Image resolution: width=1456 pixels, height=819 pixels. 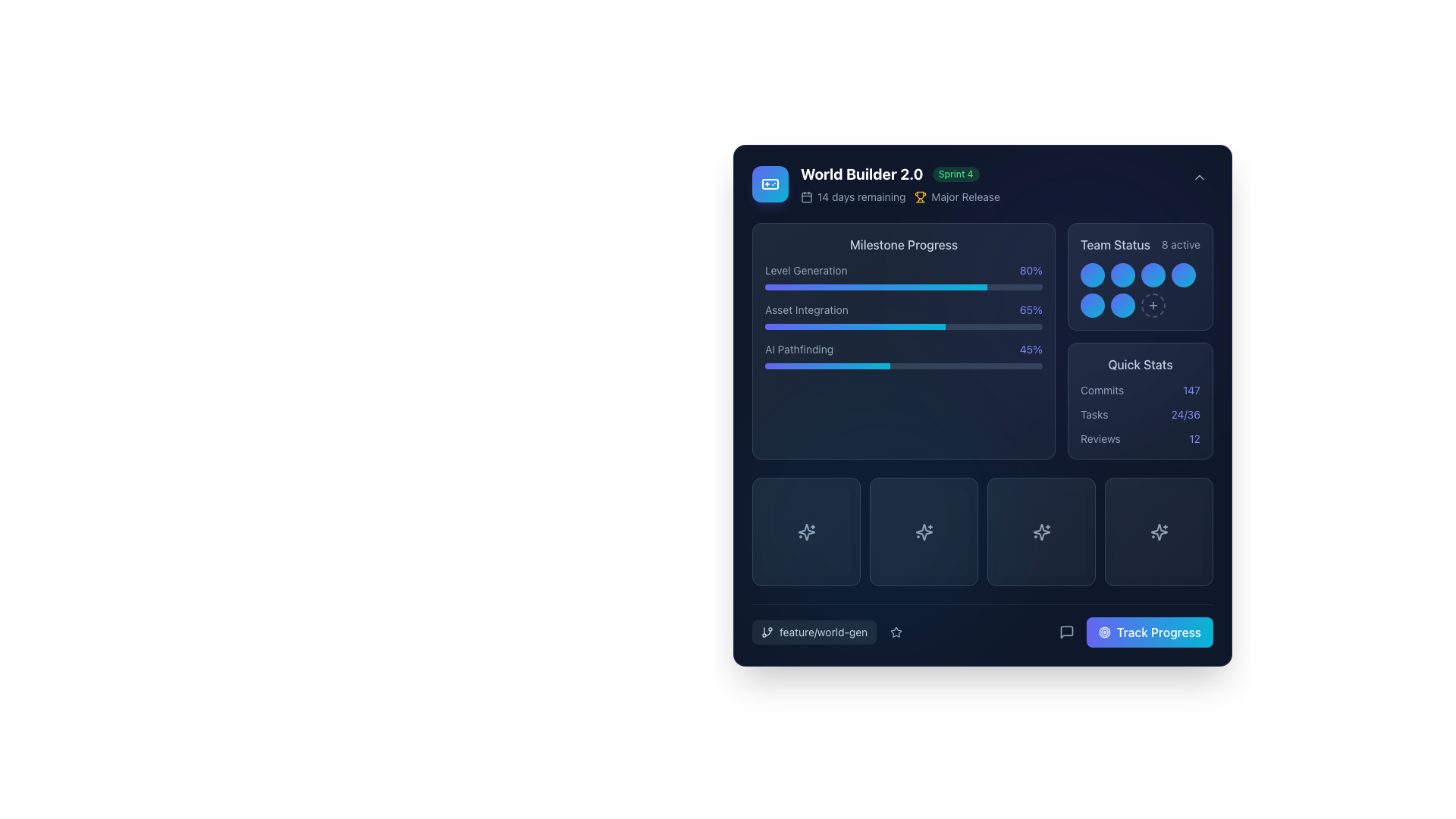 I want to click on the third interactive card or button in the 'Milestone Progress' section, which is designed for viewing or interacting with milestone details, so click(x=983, y=531).